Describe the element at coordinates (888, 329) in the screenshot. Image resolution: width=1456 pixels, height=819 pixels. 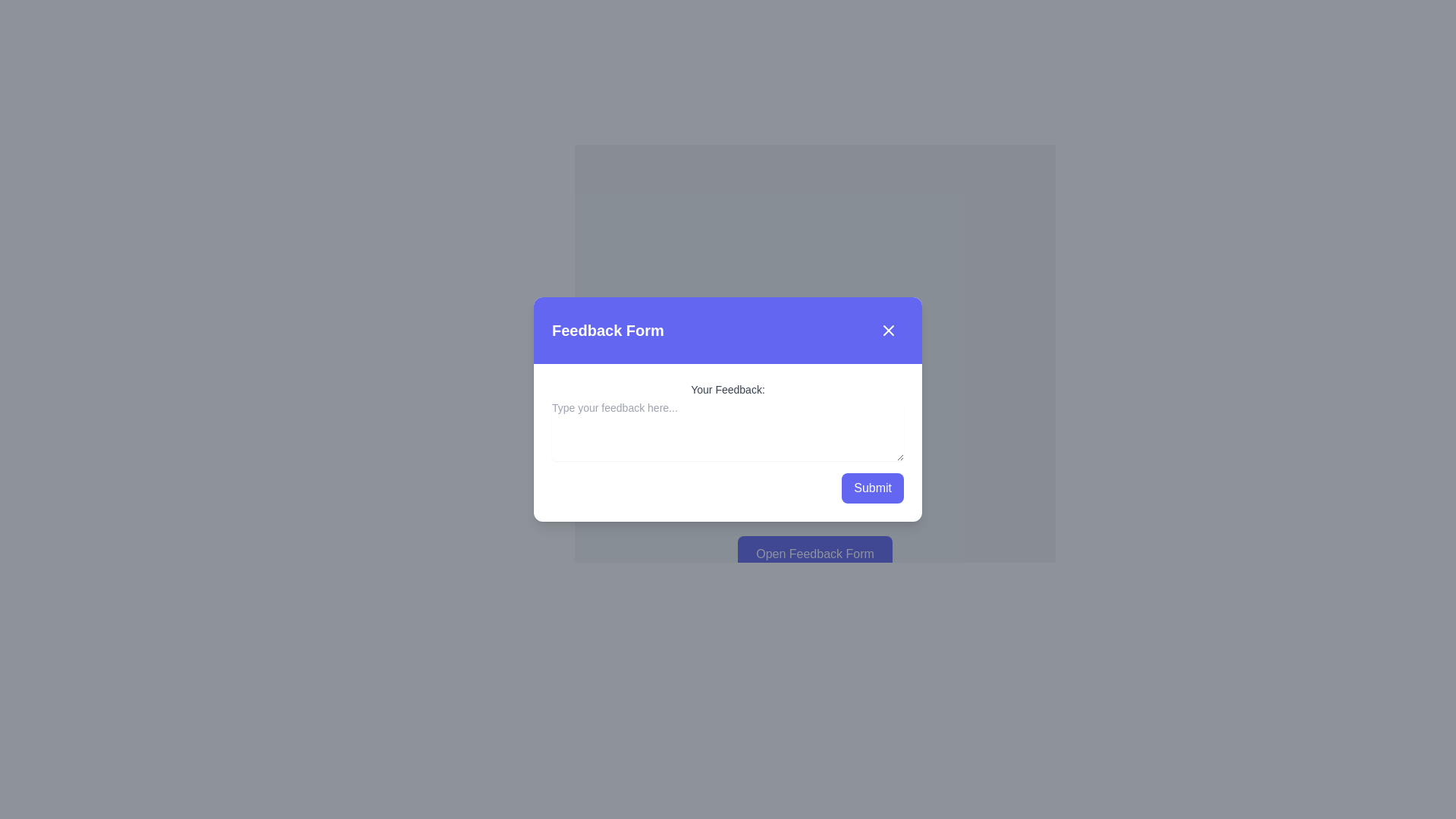
I see `the close button with an 'X' icon located at the top-right corner of the modal's blue header section` at that location.